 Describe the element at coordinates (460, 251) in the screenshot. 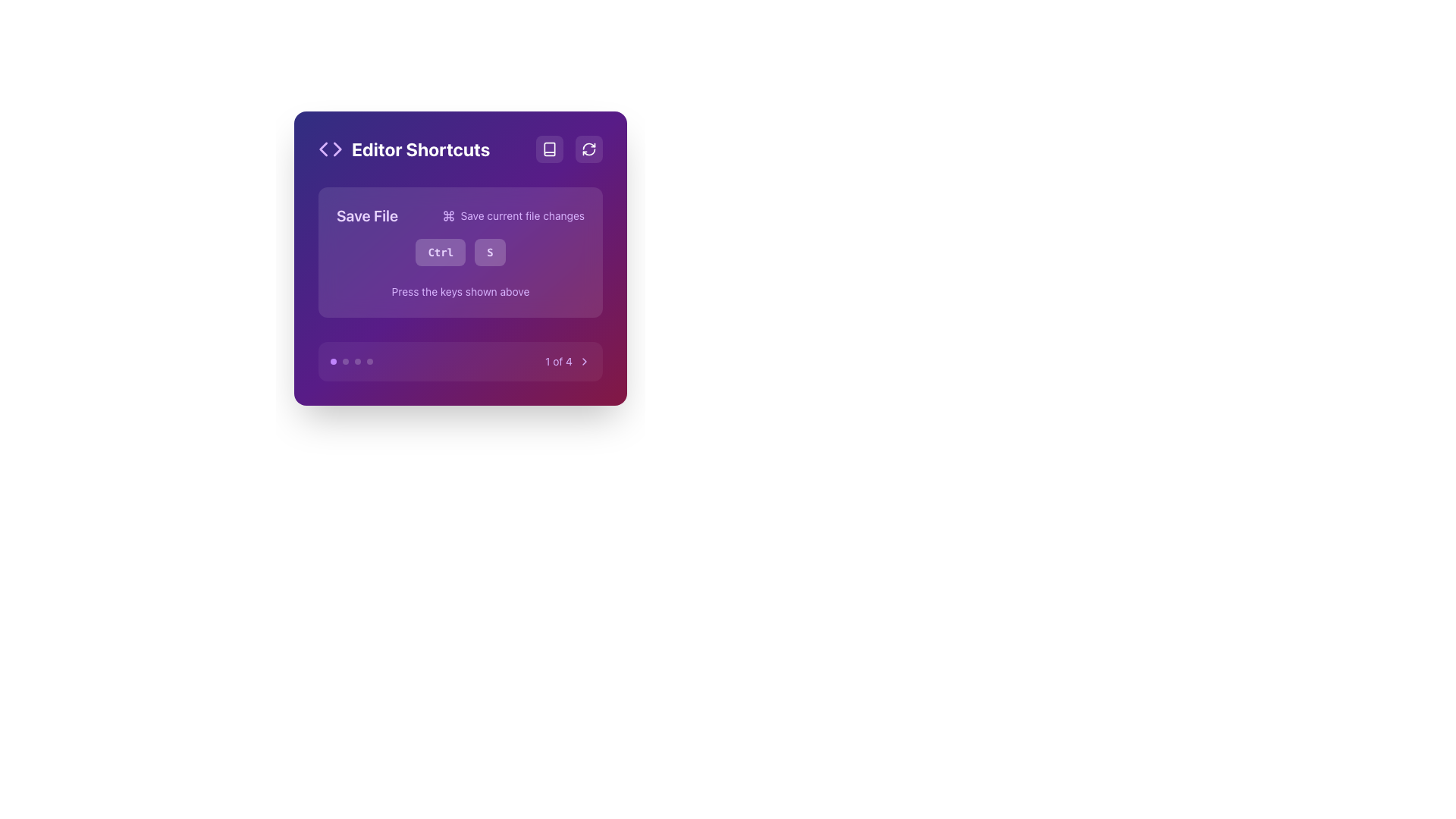

I see `the Combination key indicator component, which visually indicates the keyboard shortcut for saving changes, positioned under 'Save FileSave current file changes' and above 'Press the keys shown above'` at that location.